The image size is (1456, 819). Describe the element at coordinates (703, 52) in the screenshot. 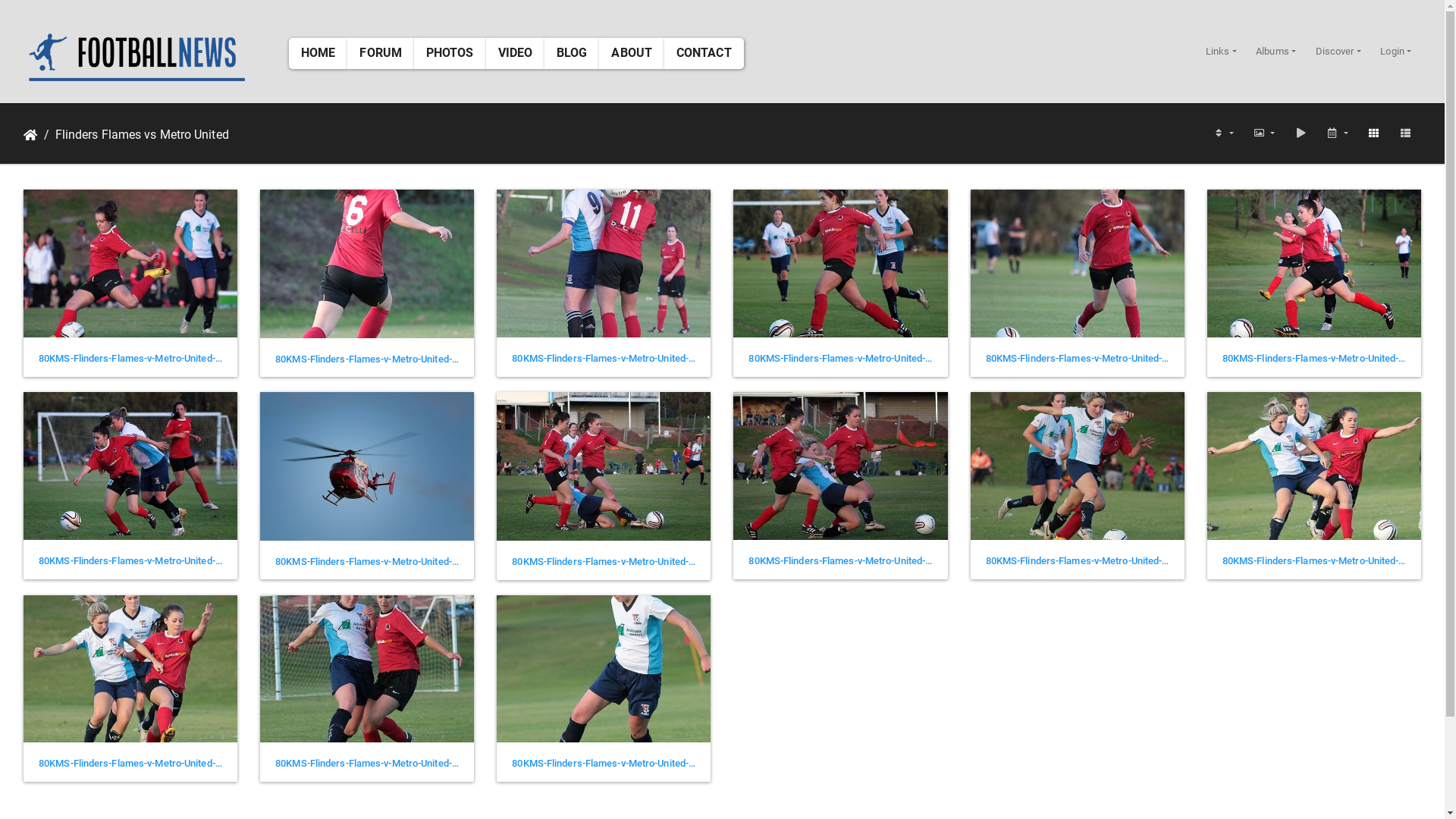

I see `'CONTACT'` at that location.